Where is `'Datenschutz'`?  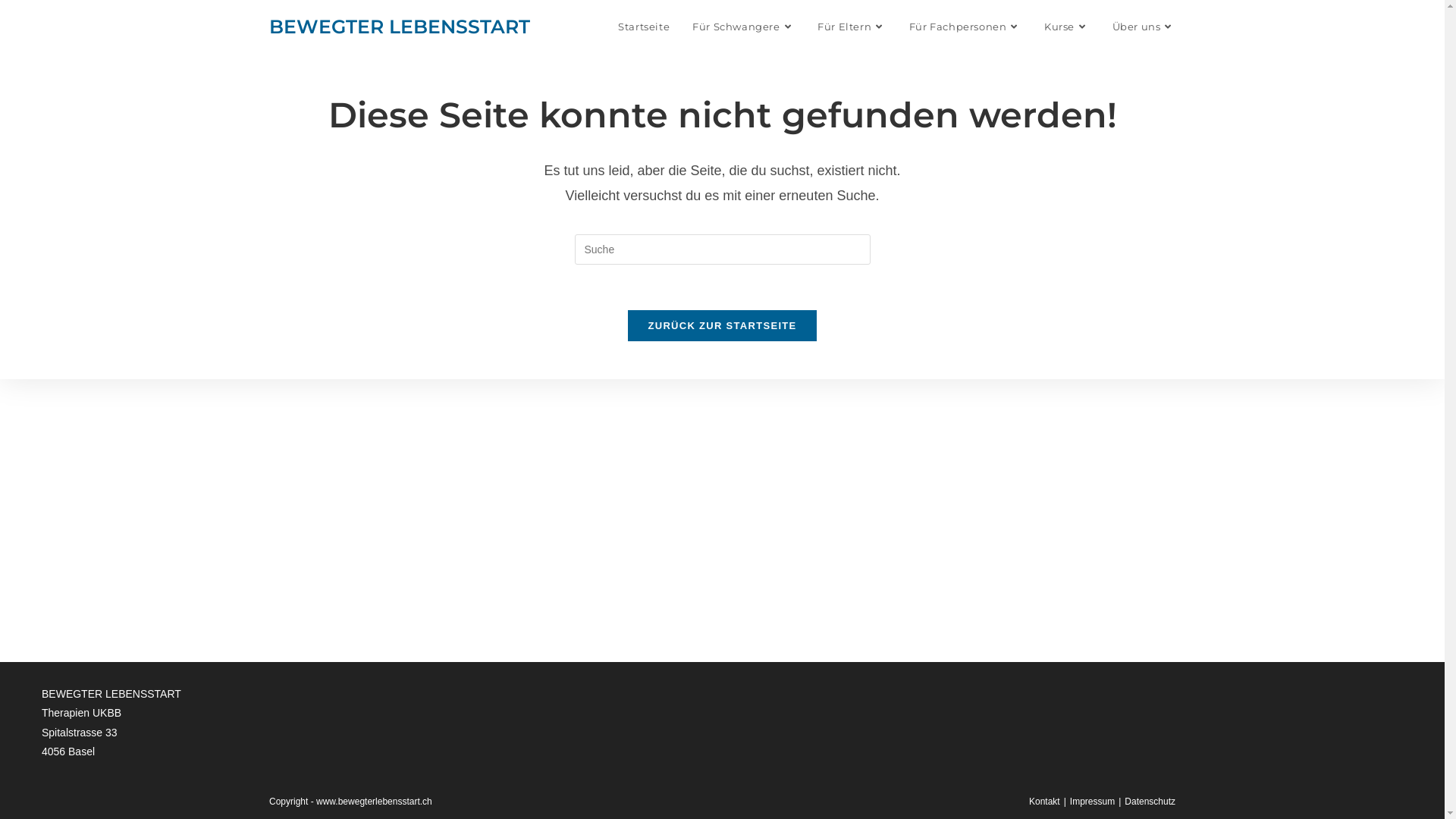 'Datenschutz' is located at coordinates (1150, 800).